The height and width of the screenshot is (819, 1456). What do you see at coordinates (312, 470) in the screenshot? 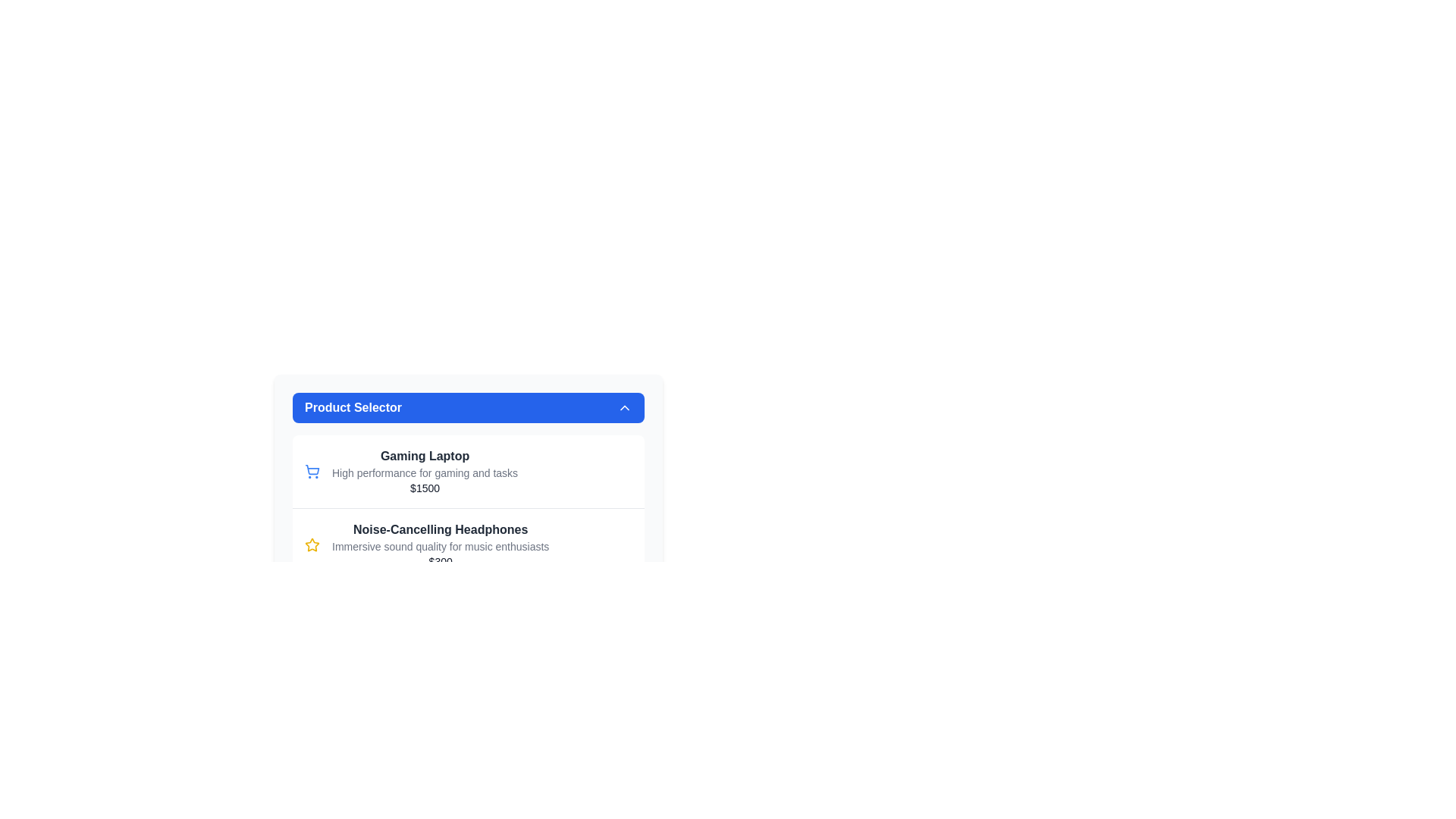
I see `the blue shopping cart icon located to the left of the 'Gaming Laptop' text, slightly above it` at bounding box center [312, 470].